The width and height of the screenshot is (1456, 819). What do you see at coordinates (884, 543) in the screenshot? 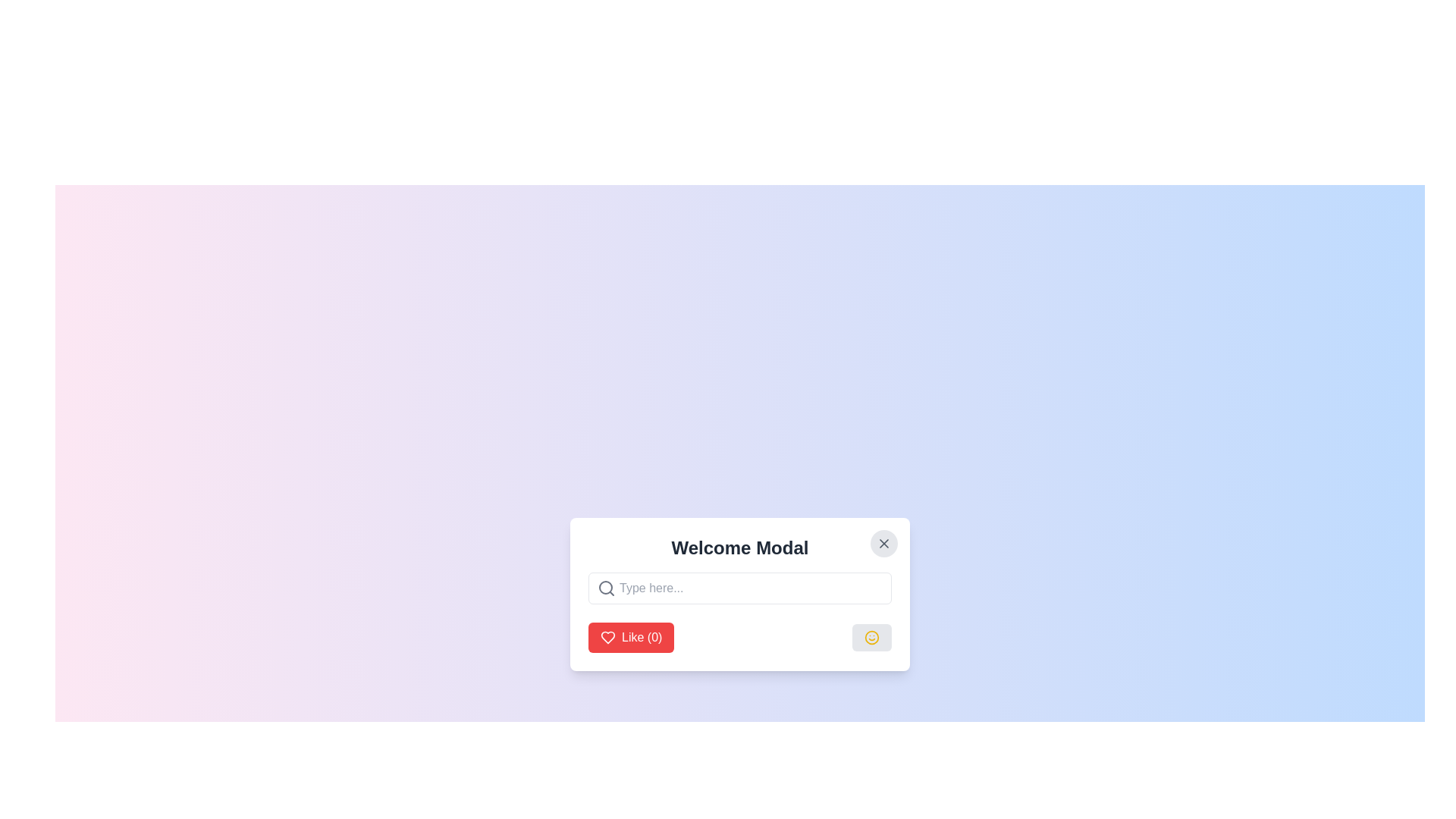
I see `the 'X' shape icon in the top-right corner of the modal dialog` at bounding box center [884, 543].